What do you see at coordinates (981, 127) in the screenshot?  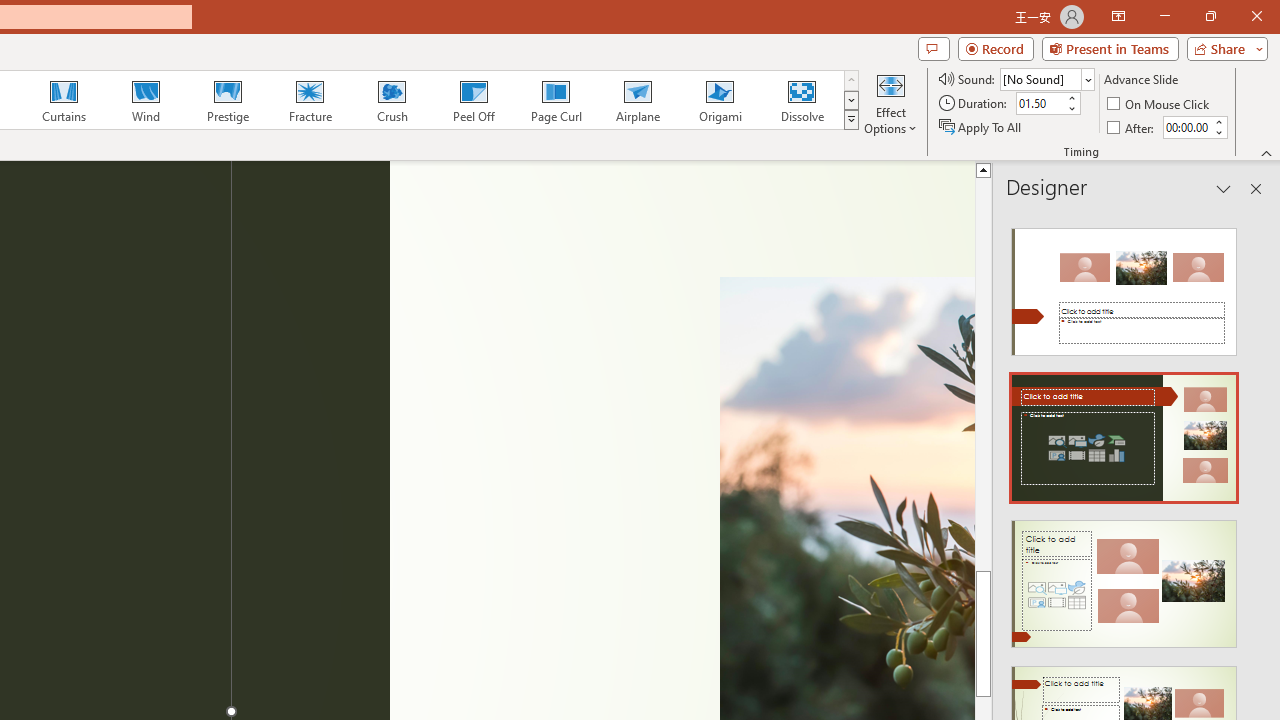 I see `'Apply To All'` at bounding box center [981, 127].